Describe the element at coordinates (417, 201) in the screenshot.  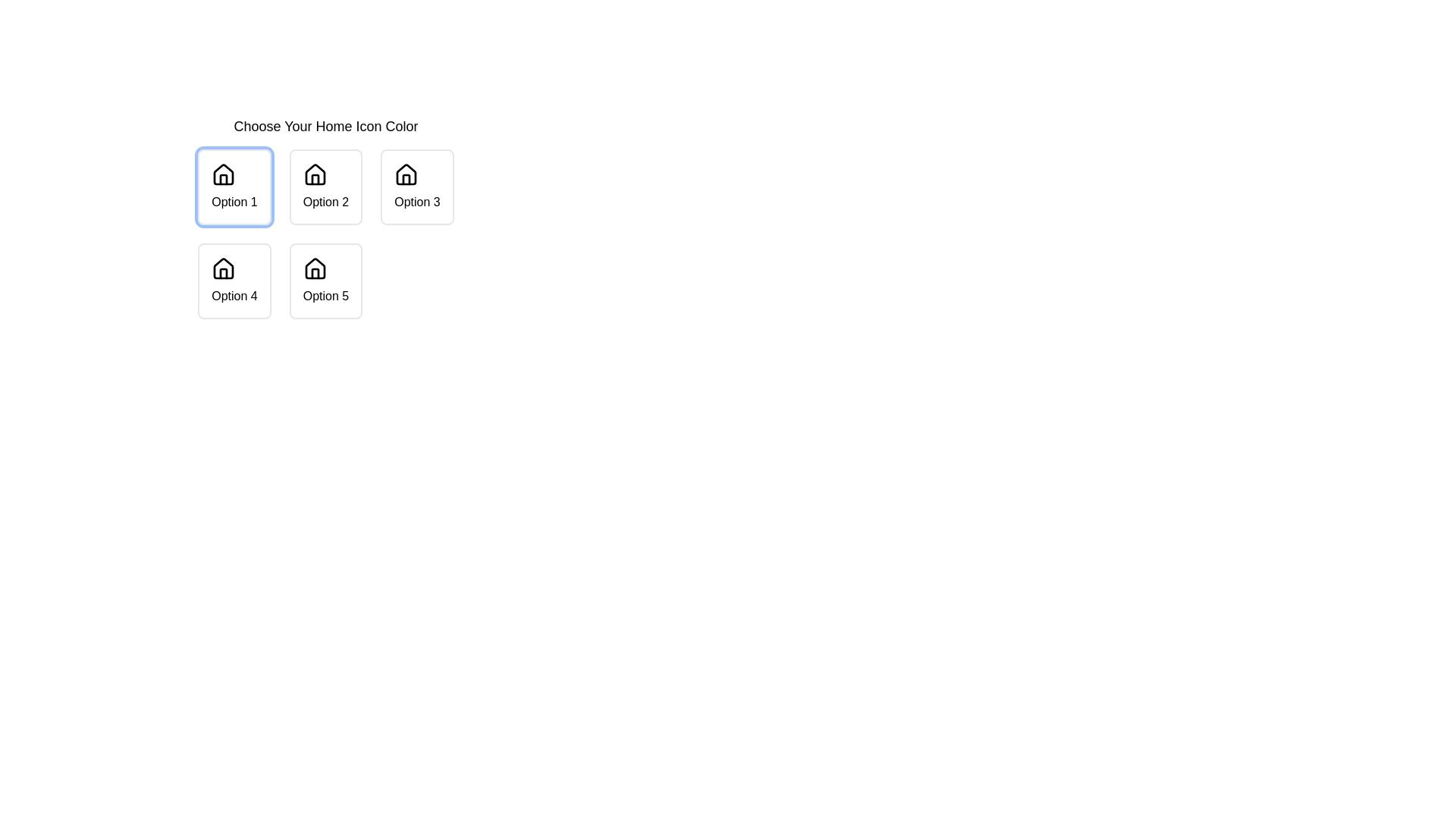
I see `the static text label displaying 'Option 3' which is bold and centered in its box, located beneath the house icon and aligned with similar options in the grid layout` at that location.